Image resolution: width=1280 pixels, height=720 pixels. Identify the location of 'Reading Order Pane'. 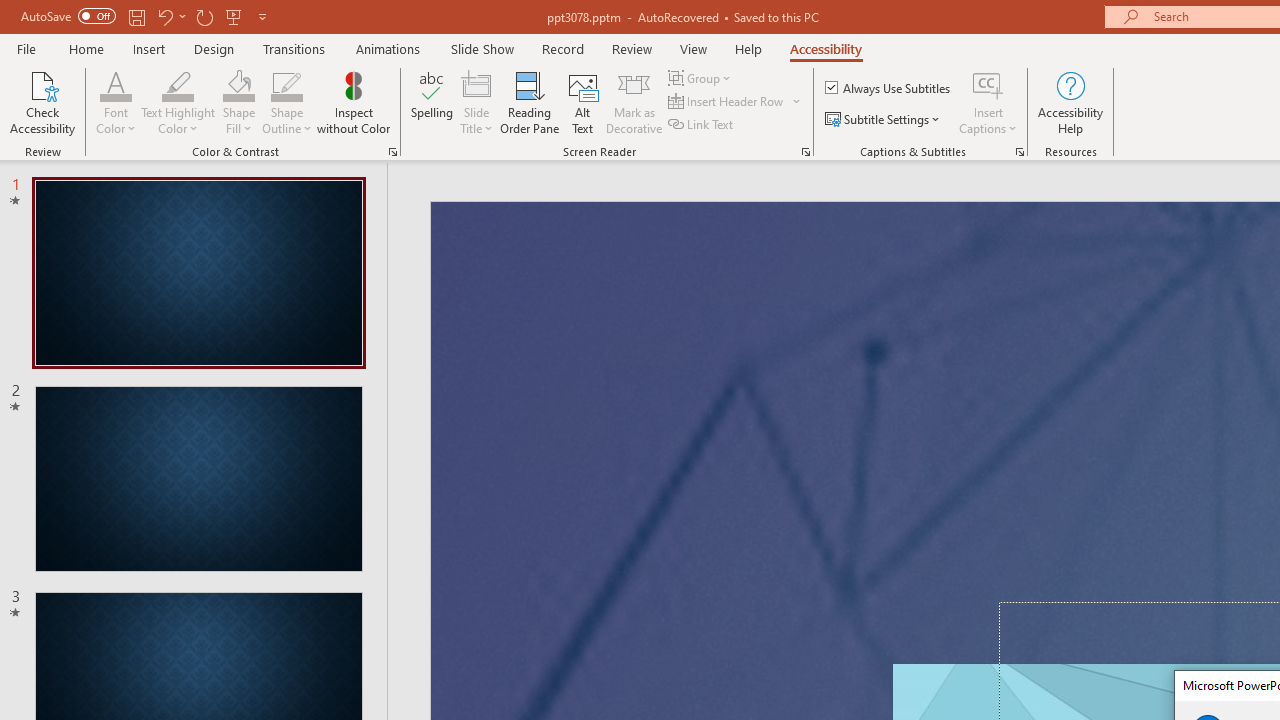
(529, 103).